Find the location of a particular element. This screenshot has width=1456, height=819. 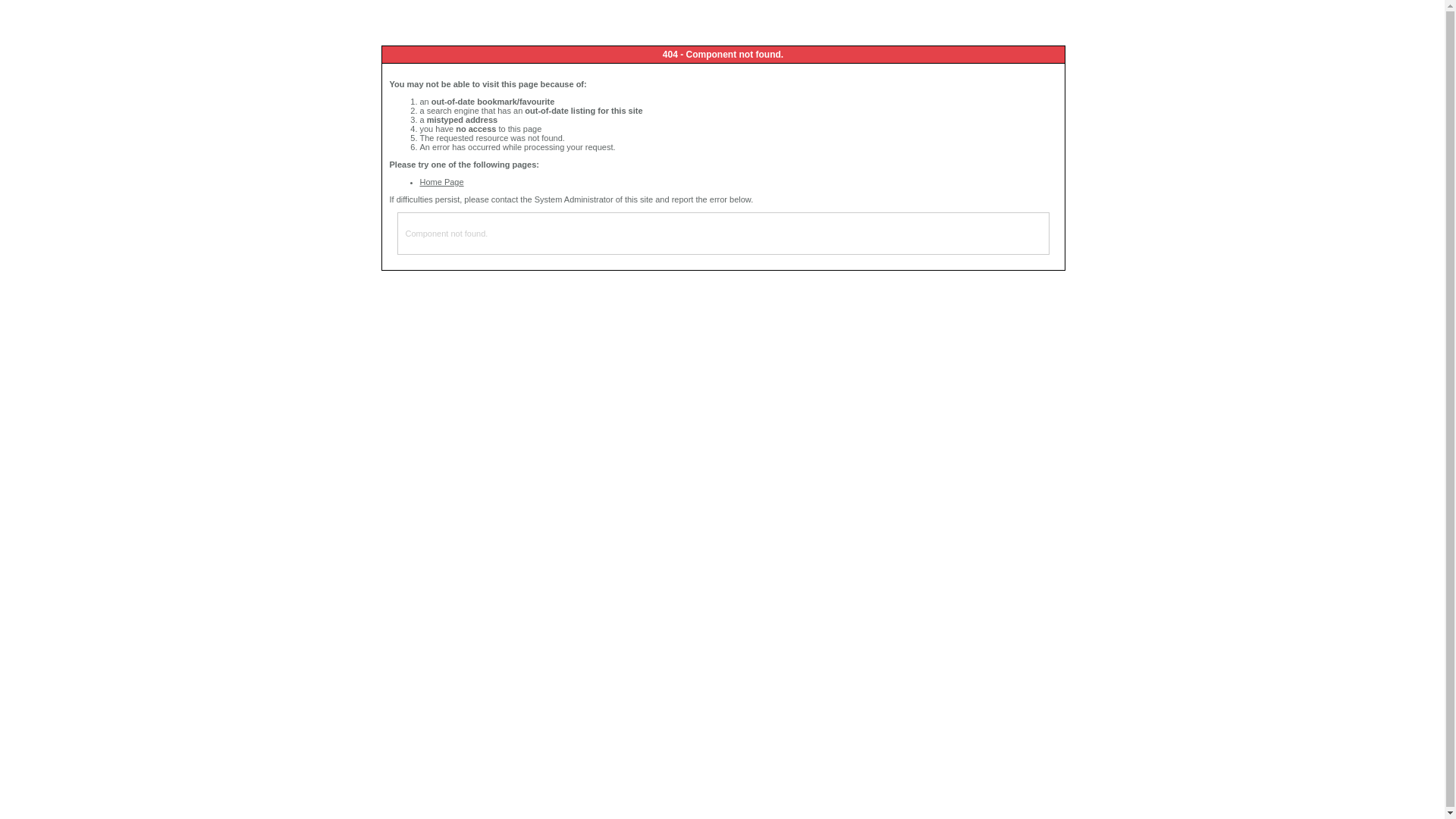

'Home Page' is located at coordinates (441, 180).